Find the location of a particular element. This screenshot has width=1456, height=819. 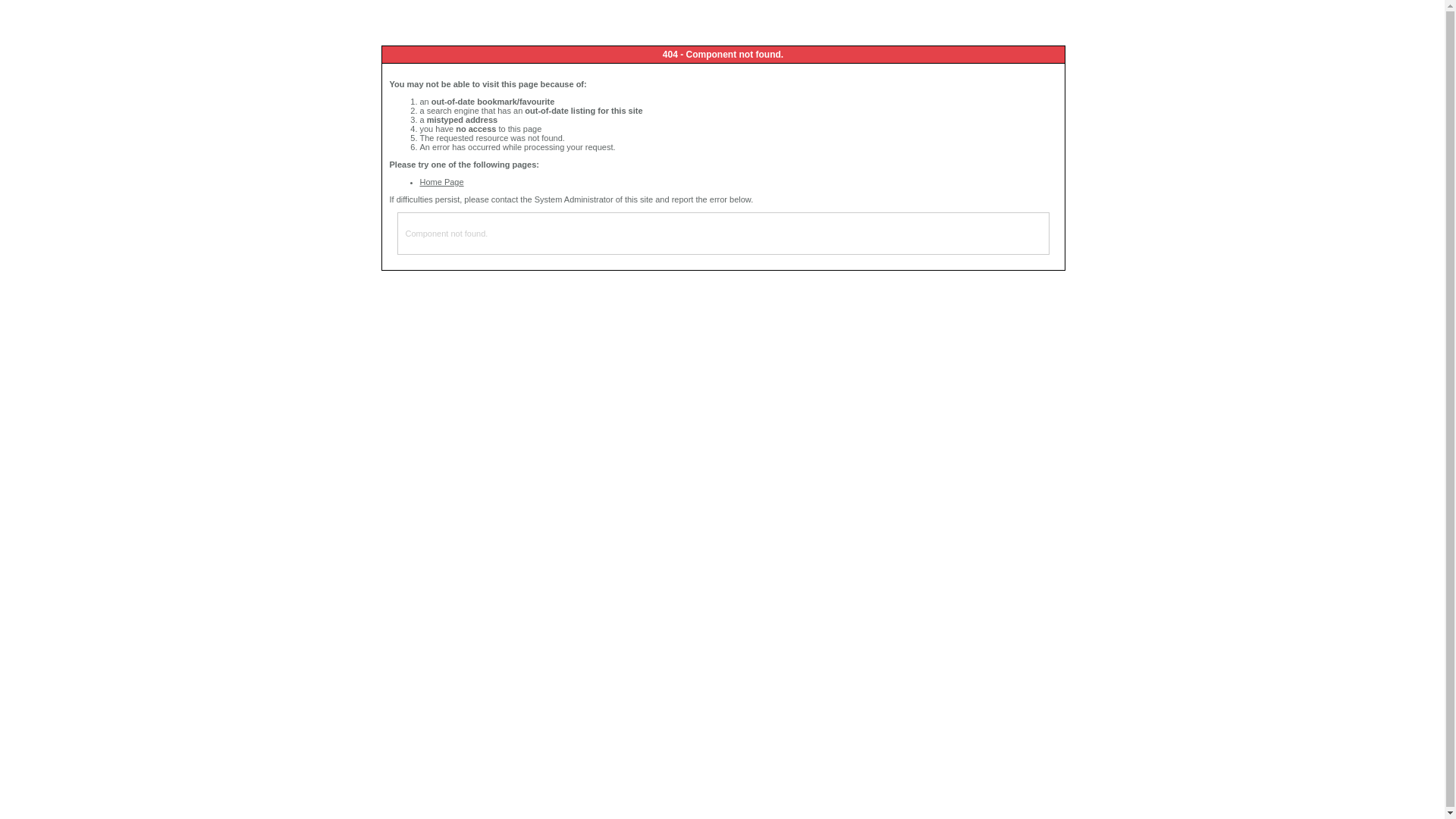

'Home Page' is located at coordinates (441, 180).